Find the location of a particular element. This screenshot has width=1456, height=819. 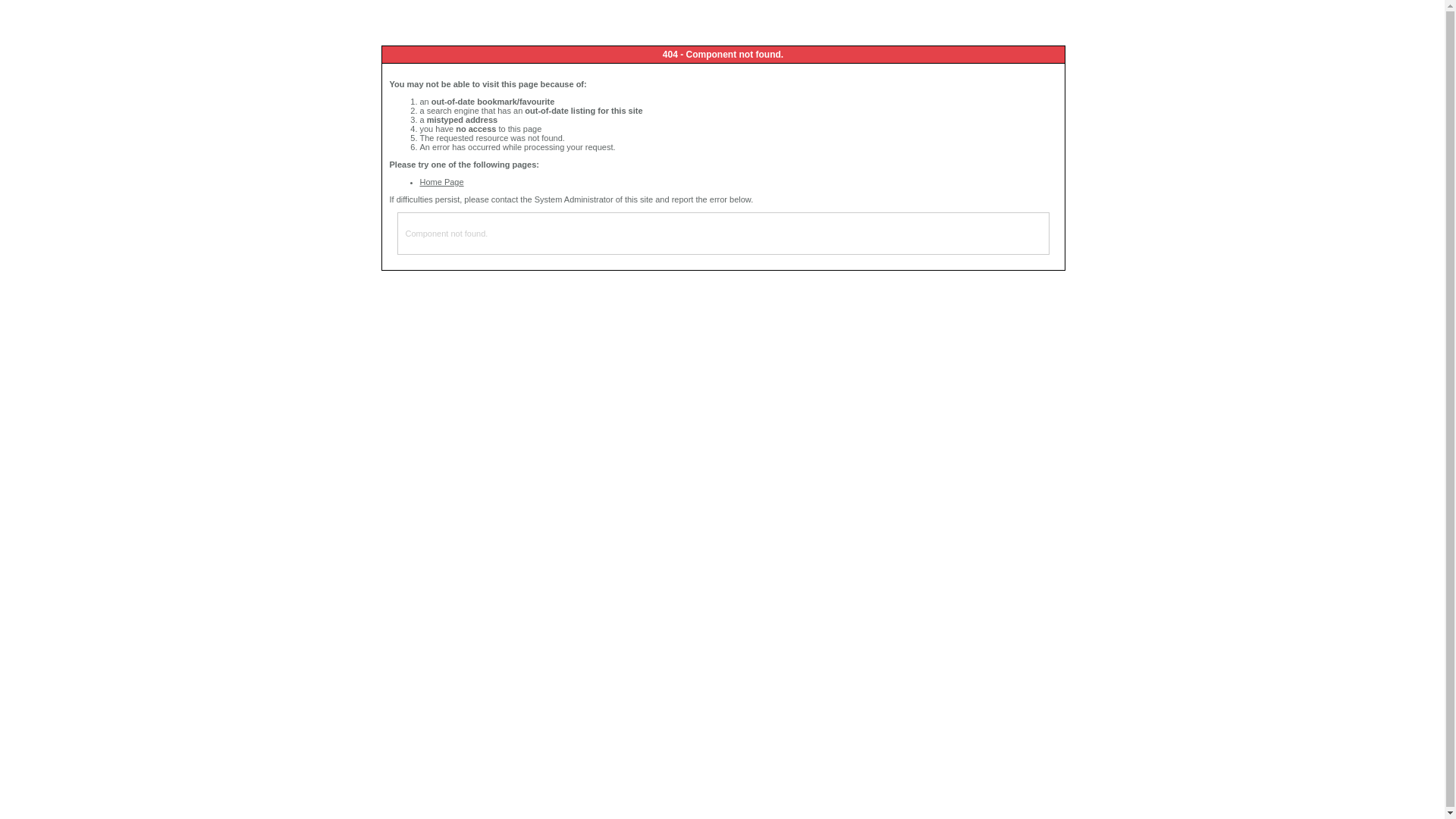

'Home Page' is located at coordinates (441, 180).